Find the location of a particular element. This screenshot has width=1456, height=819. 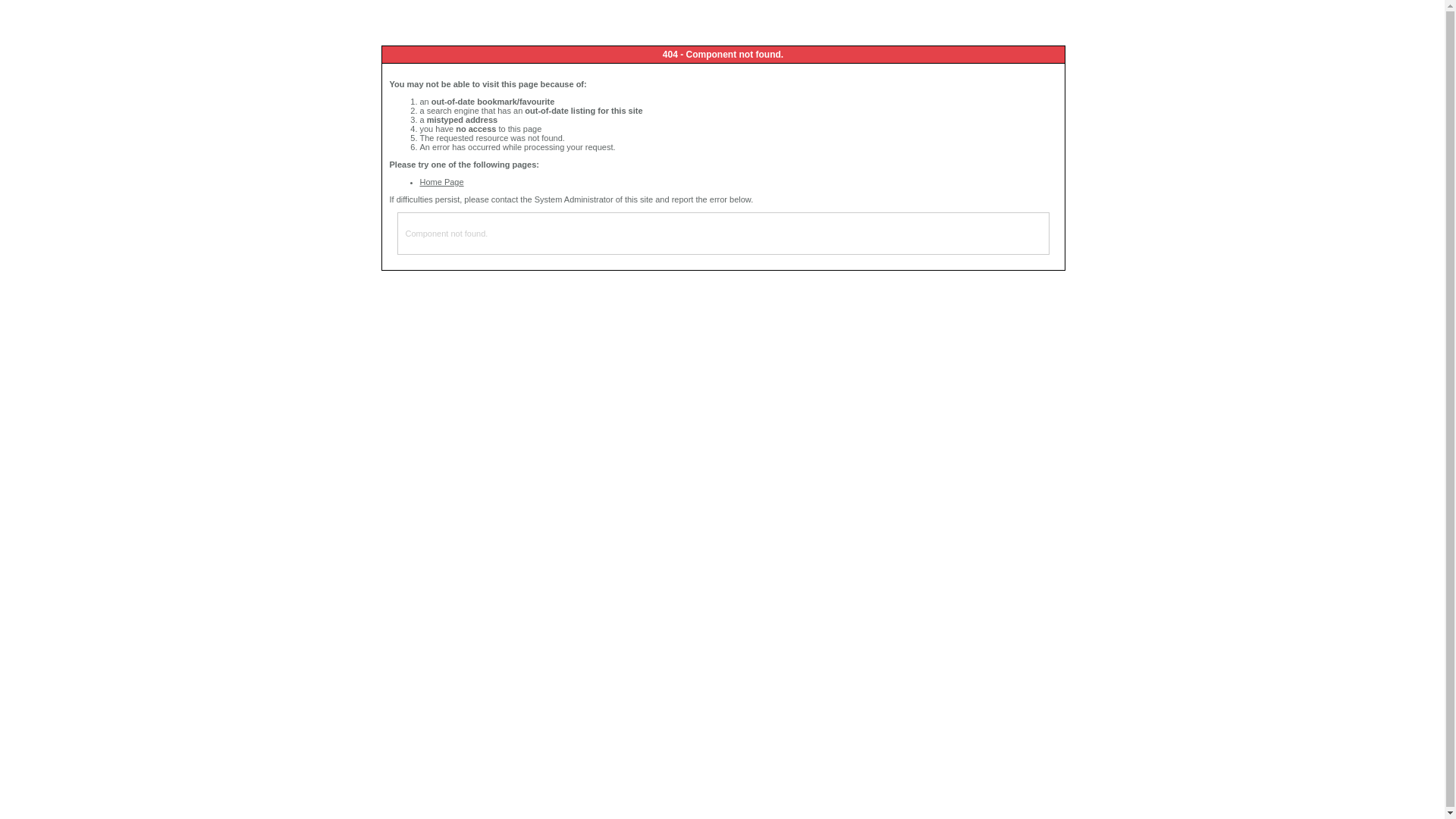

'Home Page' is located at coordinates (441, 180).